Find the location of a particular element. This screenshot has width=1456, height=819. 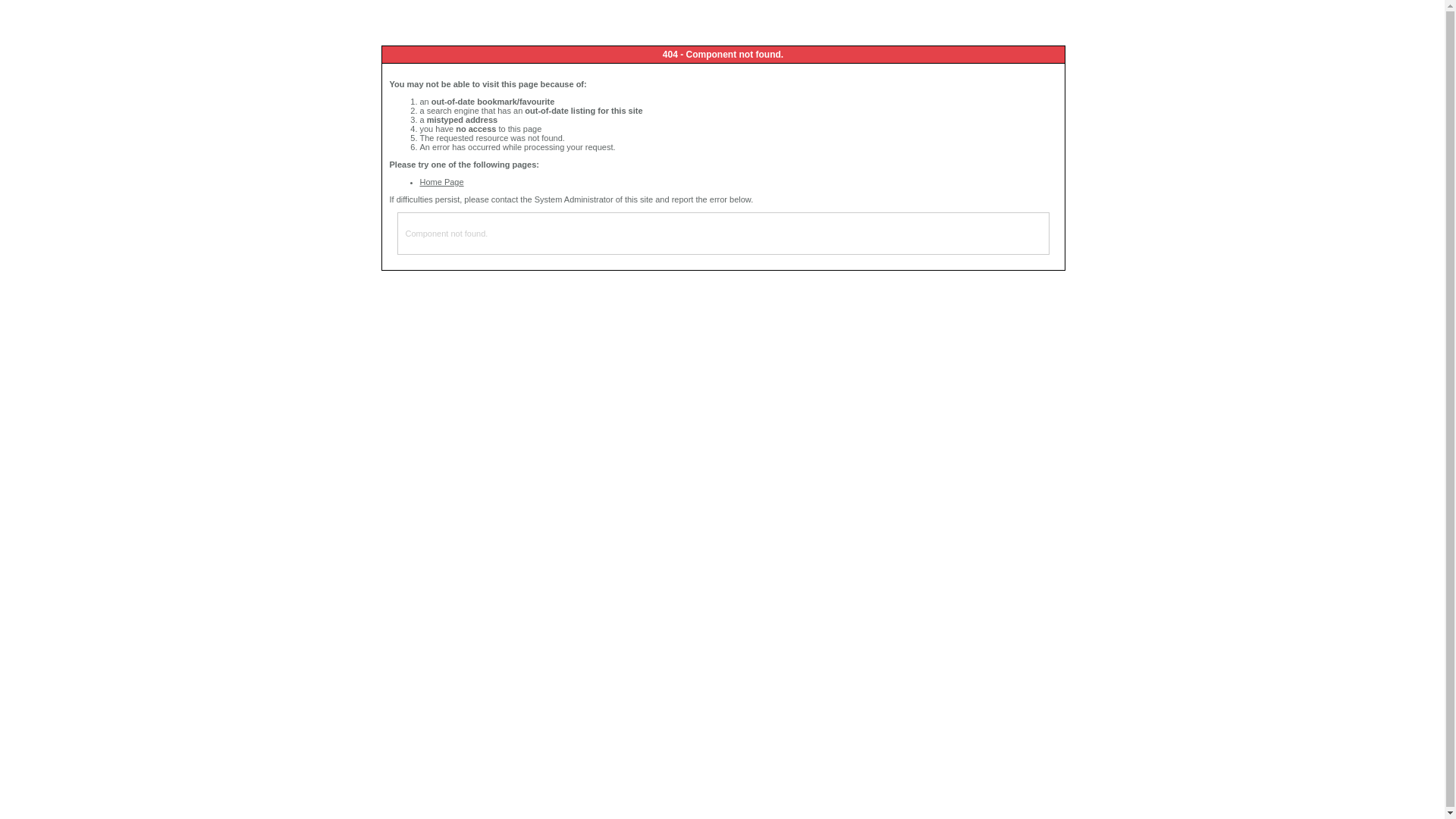

'Home Page' is located at coordinates (441, 180).